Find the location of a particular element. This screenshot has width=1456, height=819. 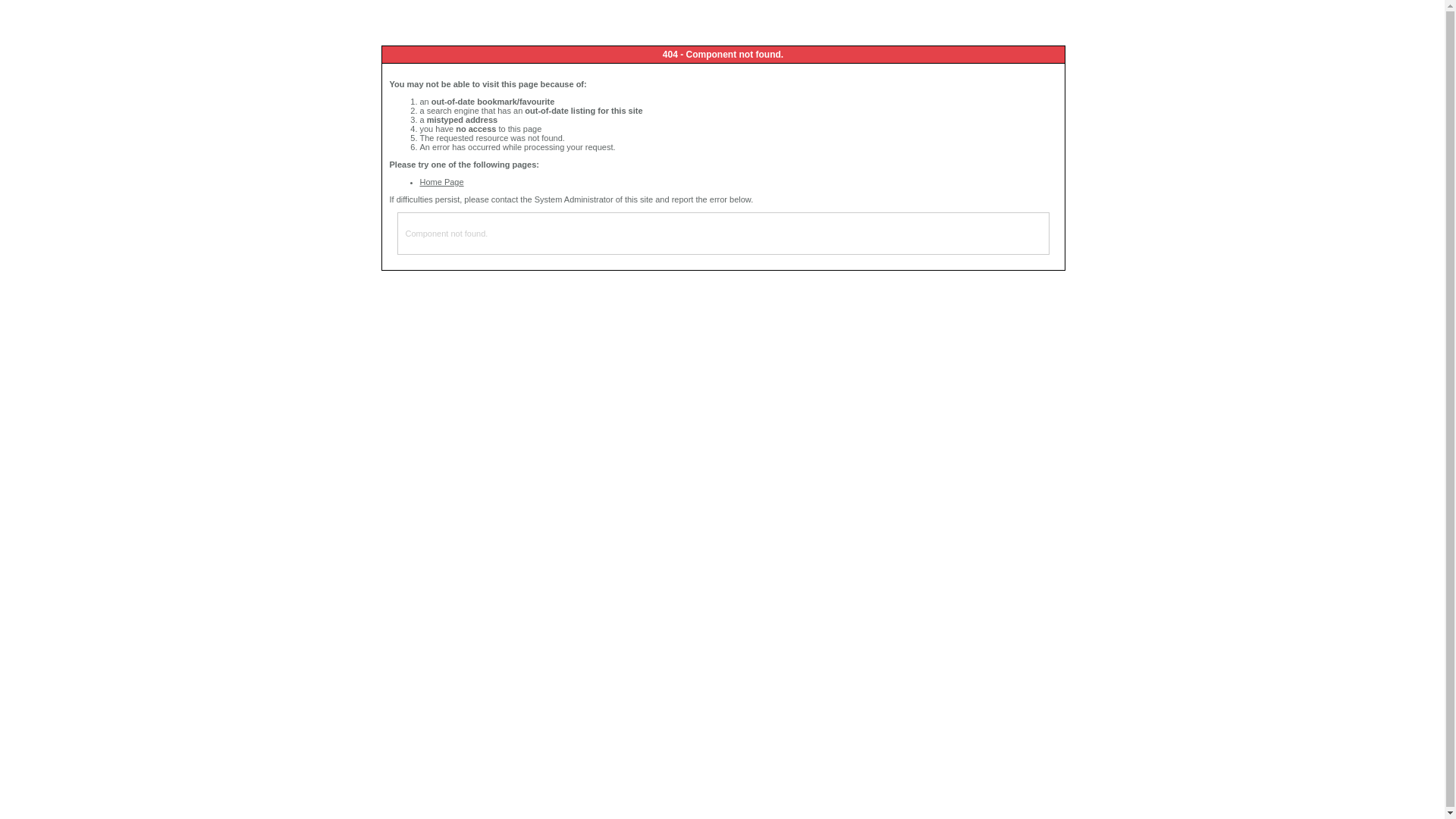

'Home Page' is located at coordinates (441, 180).